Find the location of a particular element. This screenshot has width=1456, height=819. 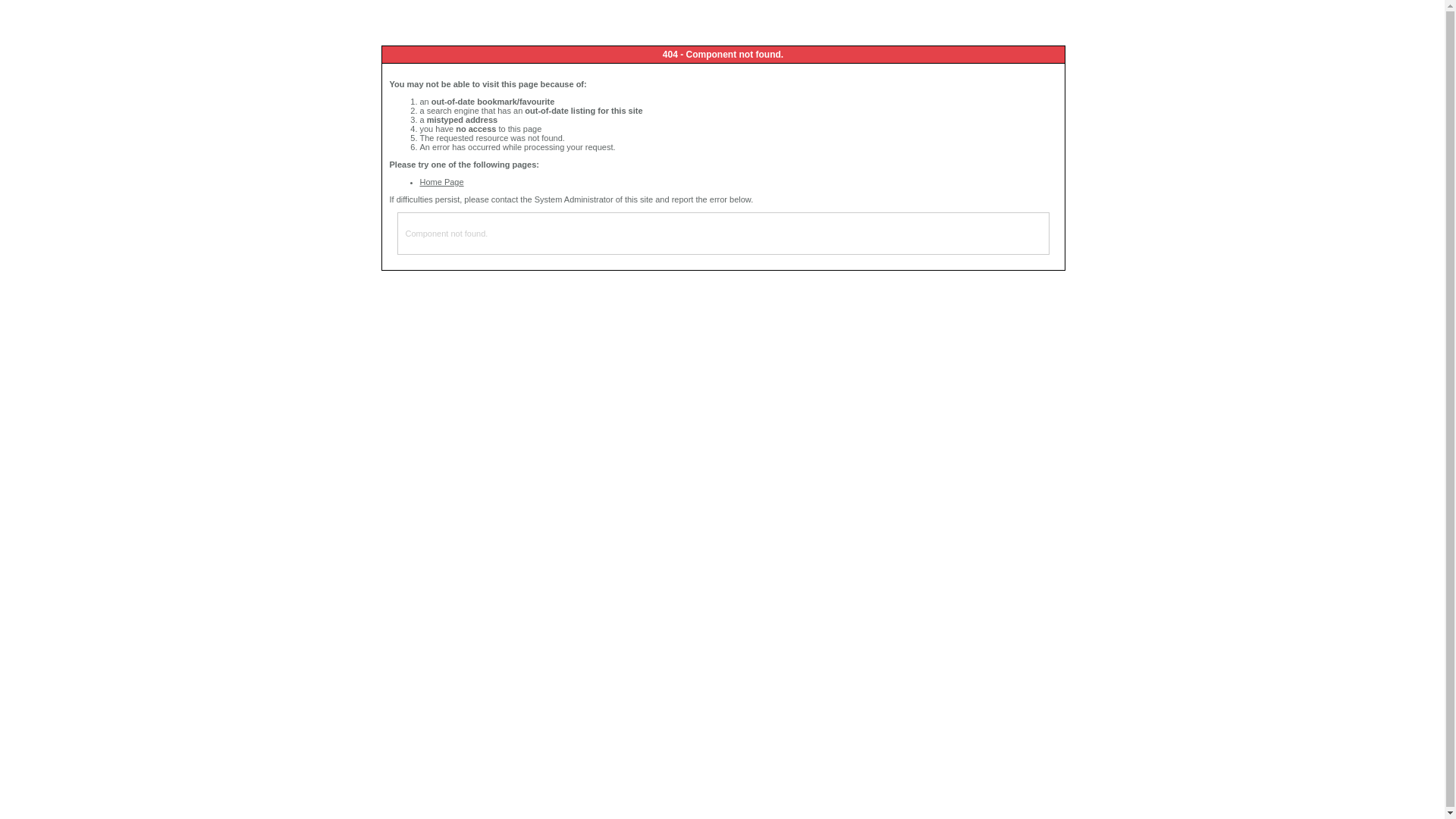

'Home Page' is located at coordinates (441, 180).